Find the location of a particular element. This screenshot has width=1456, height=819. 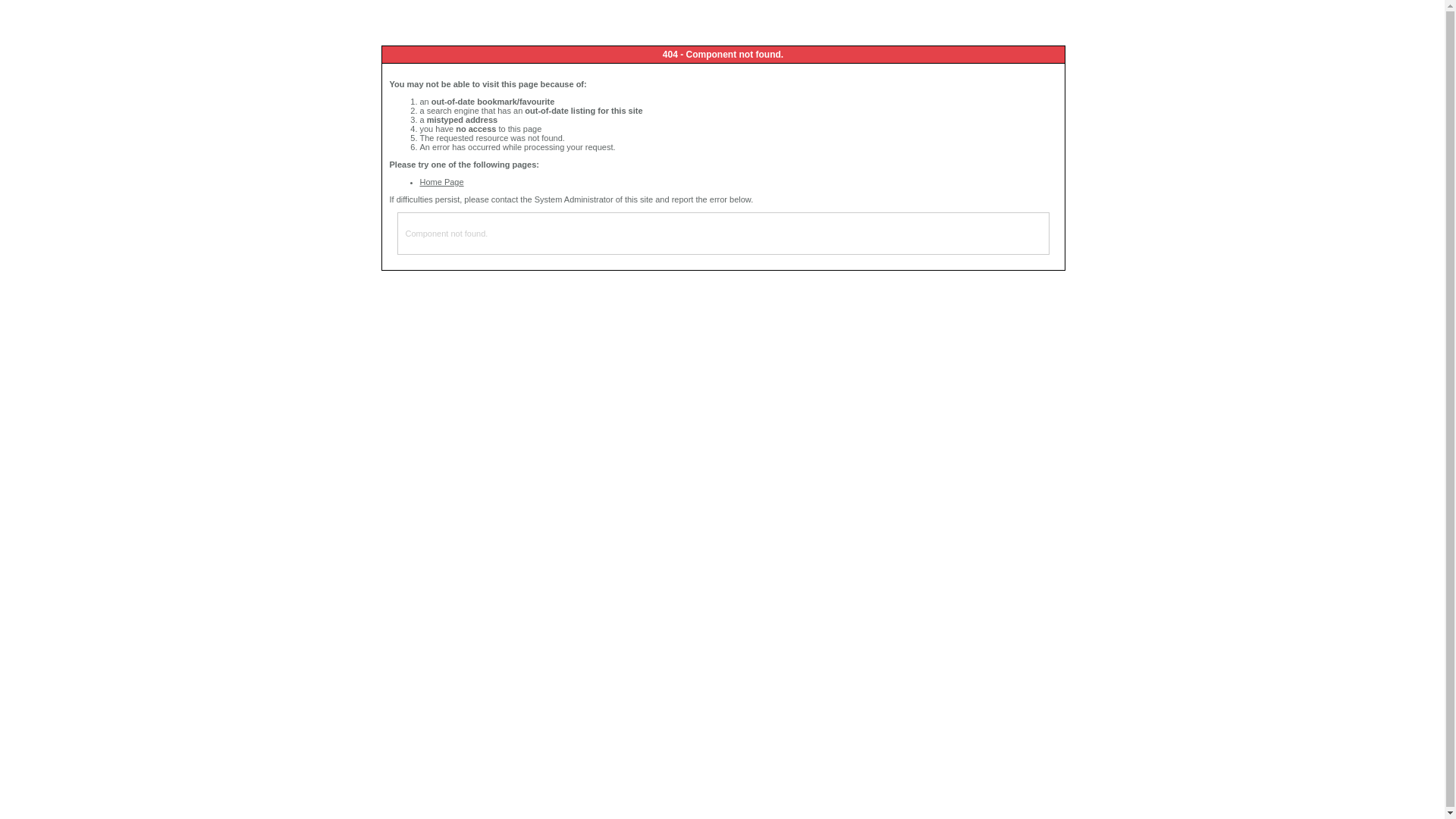

'Home Page' is located at coordinates (441, 180).